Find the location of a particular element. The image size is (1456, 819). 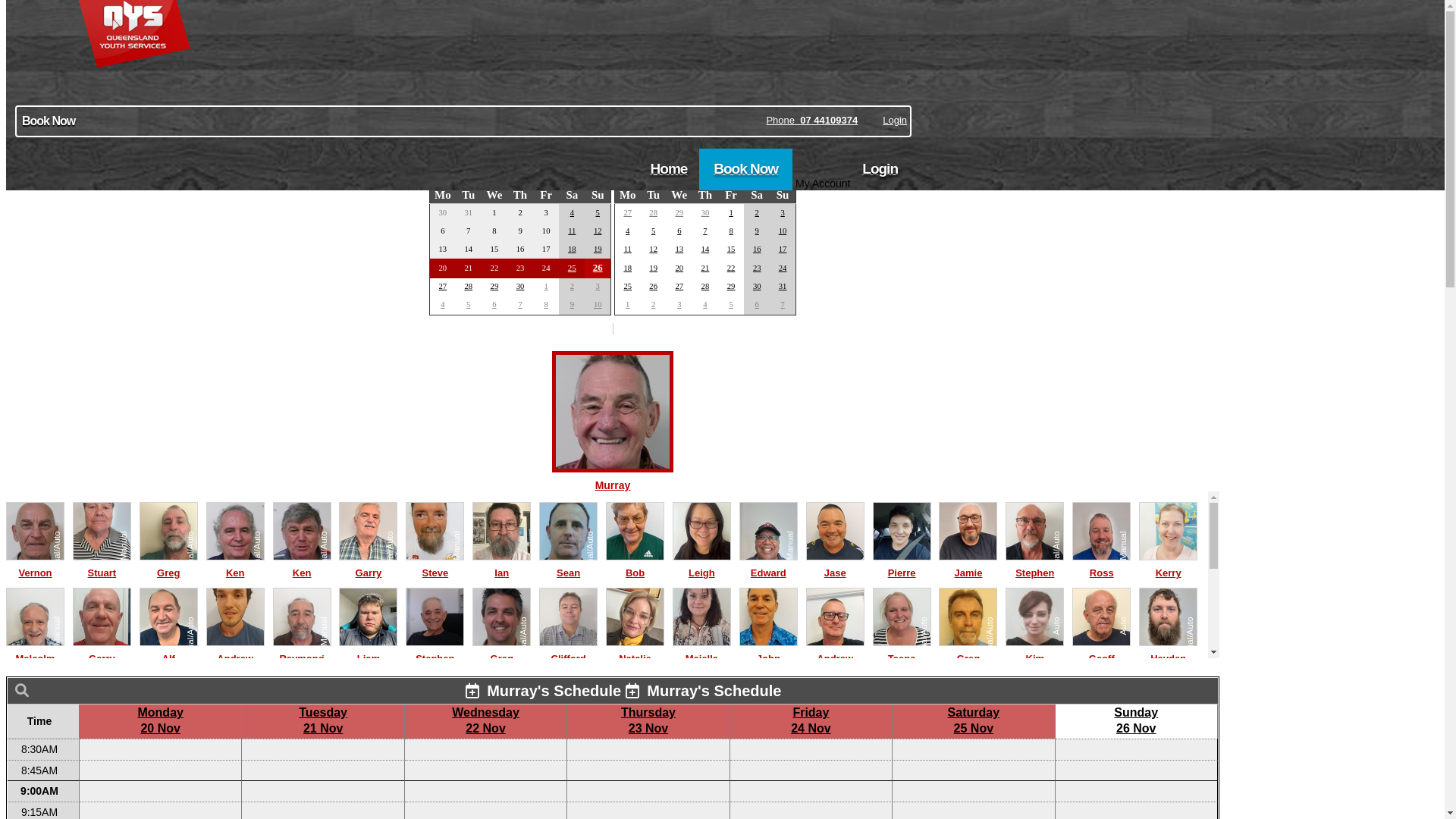

'Kerry' is located at coordinates (1167, 565).